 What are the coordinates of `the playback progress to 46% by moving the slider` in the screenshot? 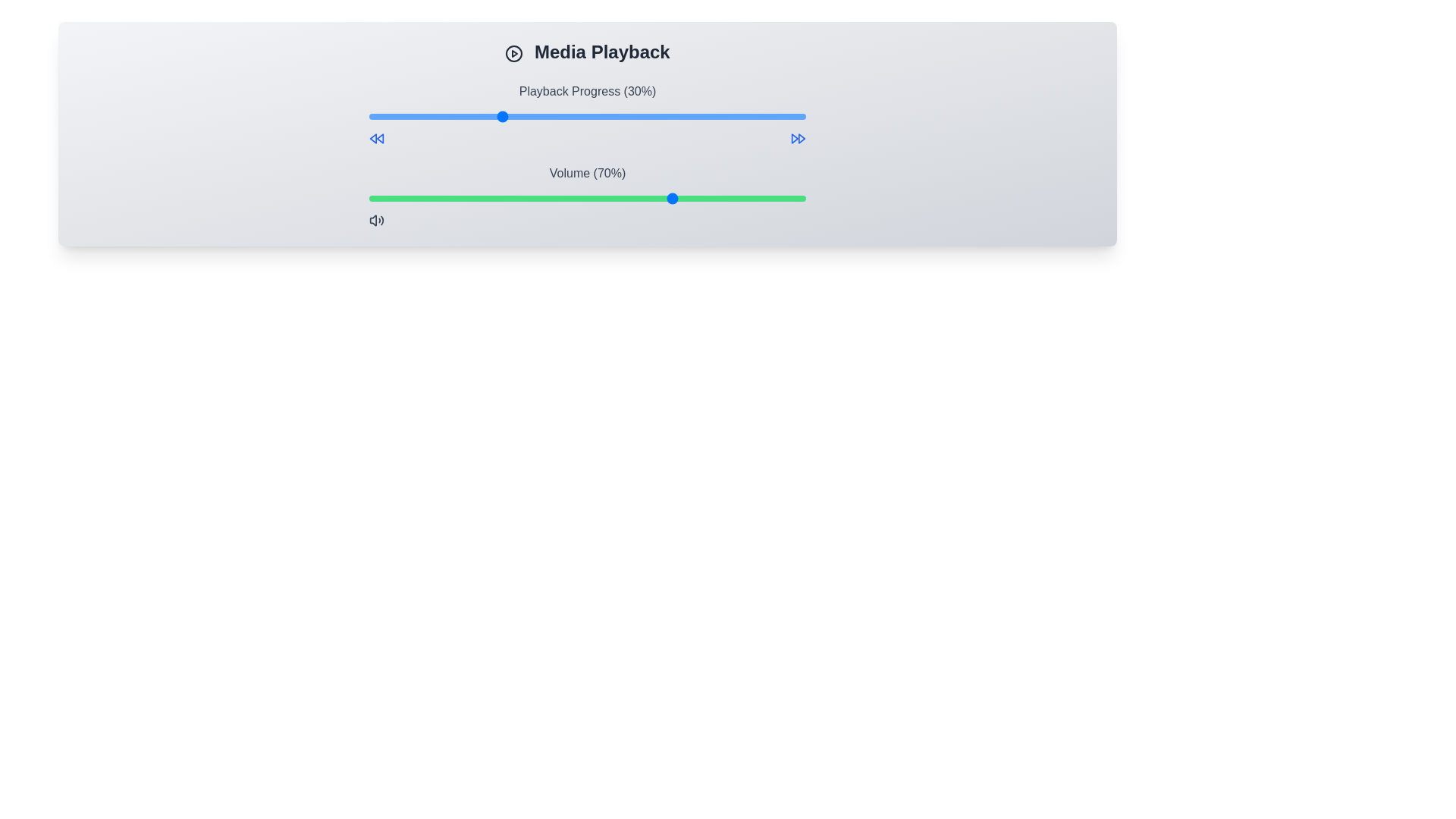 It's located at (569, 116).